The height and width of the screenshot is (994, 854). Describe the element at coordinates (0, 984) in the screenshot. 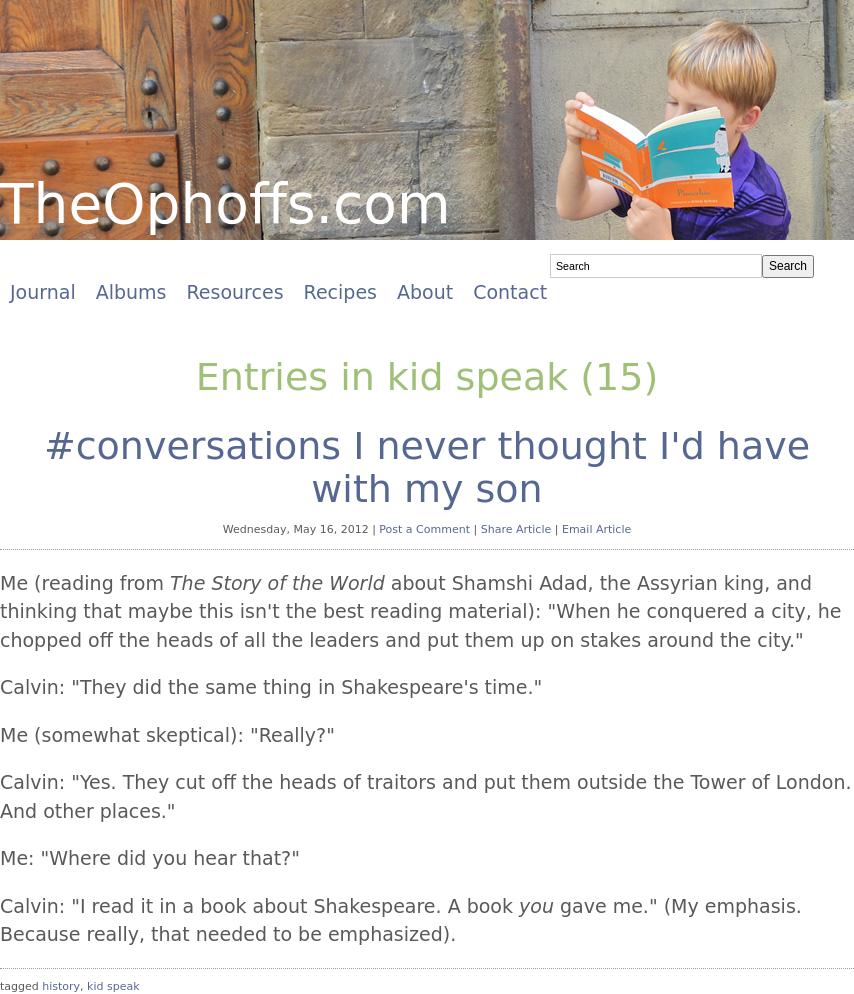

I see `'tagged'` at that location.